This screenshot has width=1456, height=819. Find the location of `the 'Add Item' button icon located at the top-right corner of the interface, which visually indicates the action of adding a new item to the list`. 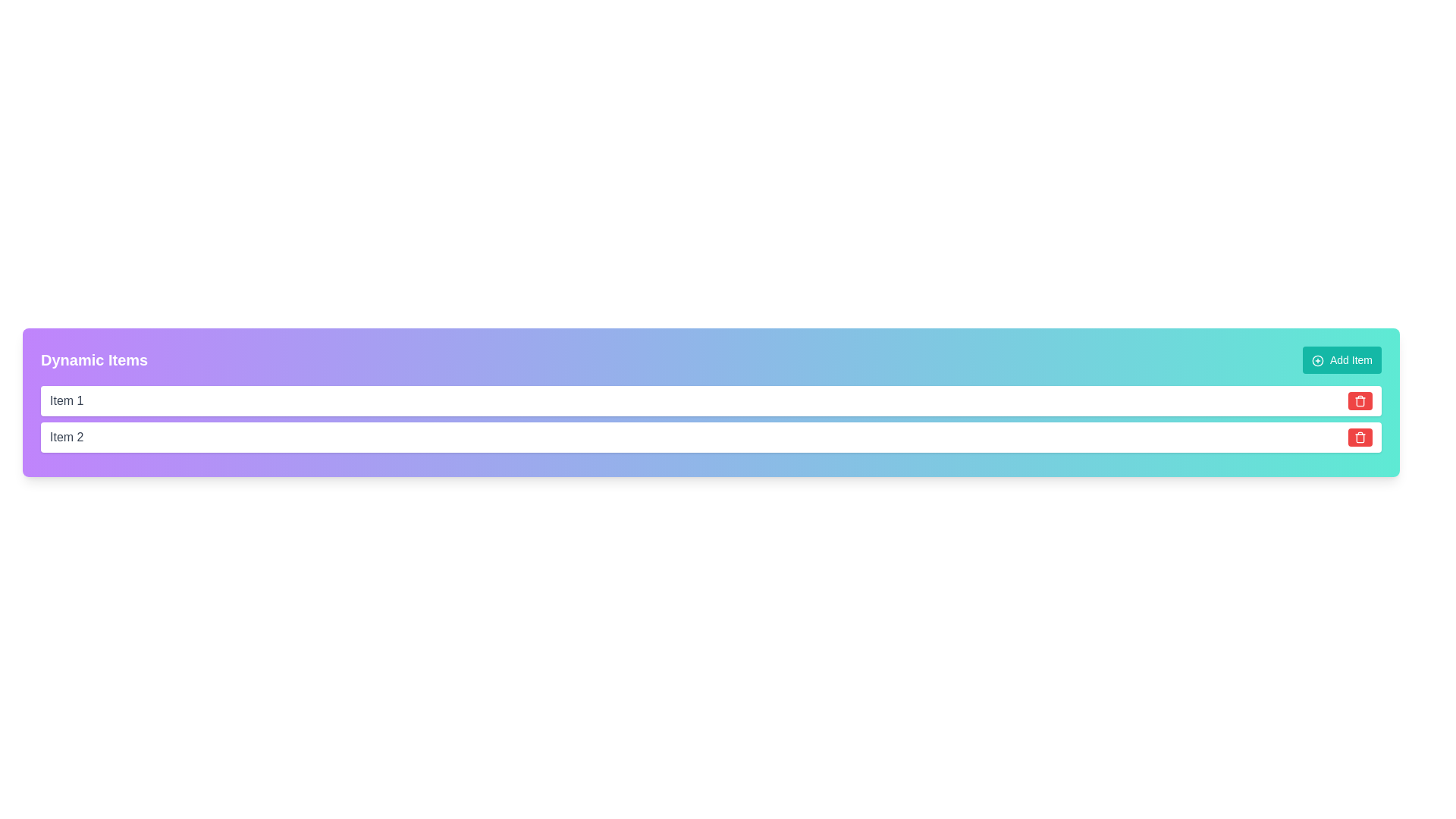

the 'Add Item' button icon located at the top-right corner of the interface, which visually indicates the action of adding a new item to the list is located at coordinates (1316, 361).